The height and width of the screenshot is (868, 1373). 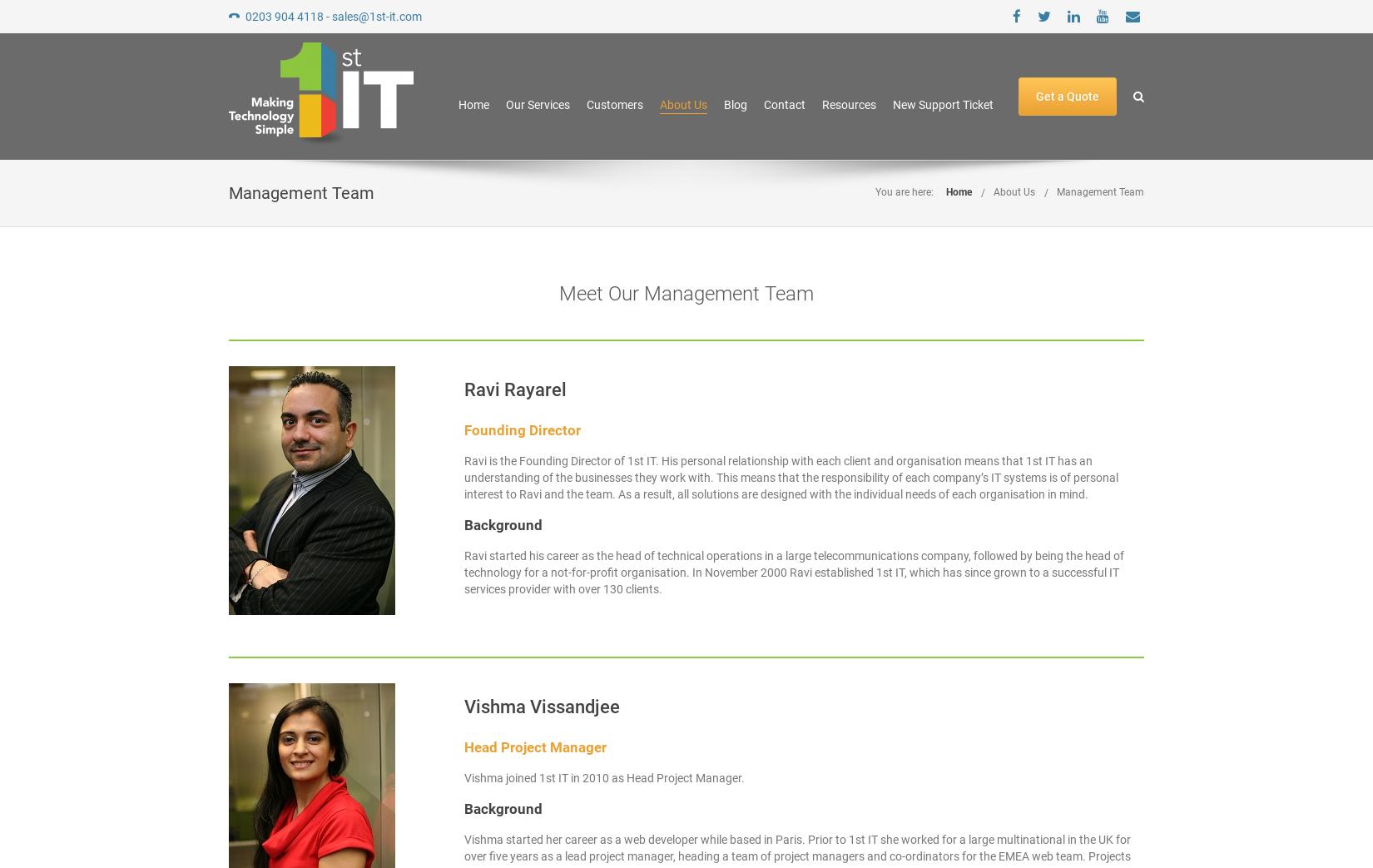 I want to click on 'Home', so click(x=457, y=104).